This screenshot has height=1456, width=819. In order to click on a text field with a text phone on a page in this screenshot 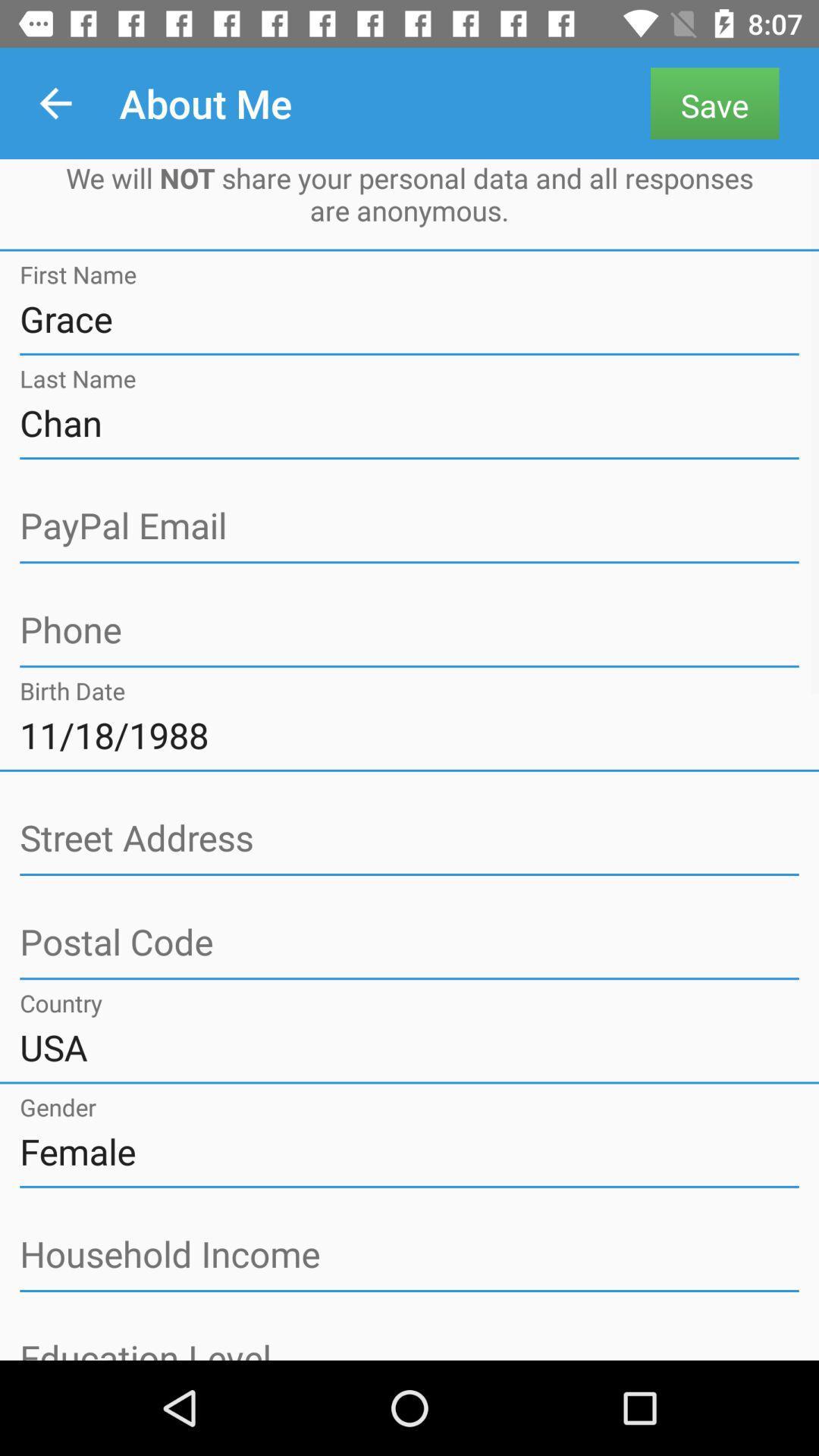, I will do `click(409, 630)`.